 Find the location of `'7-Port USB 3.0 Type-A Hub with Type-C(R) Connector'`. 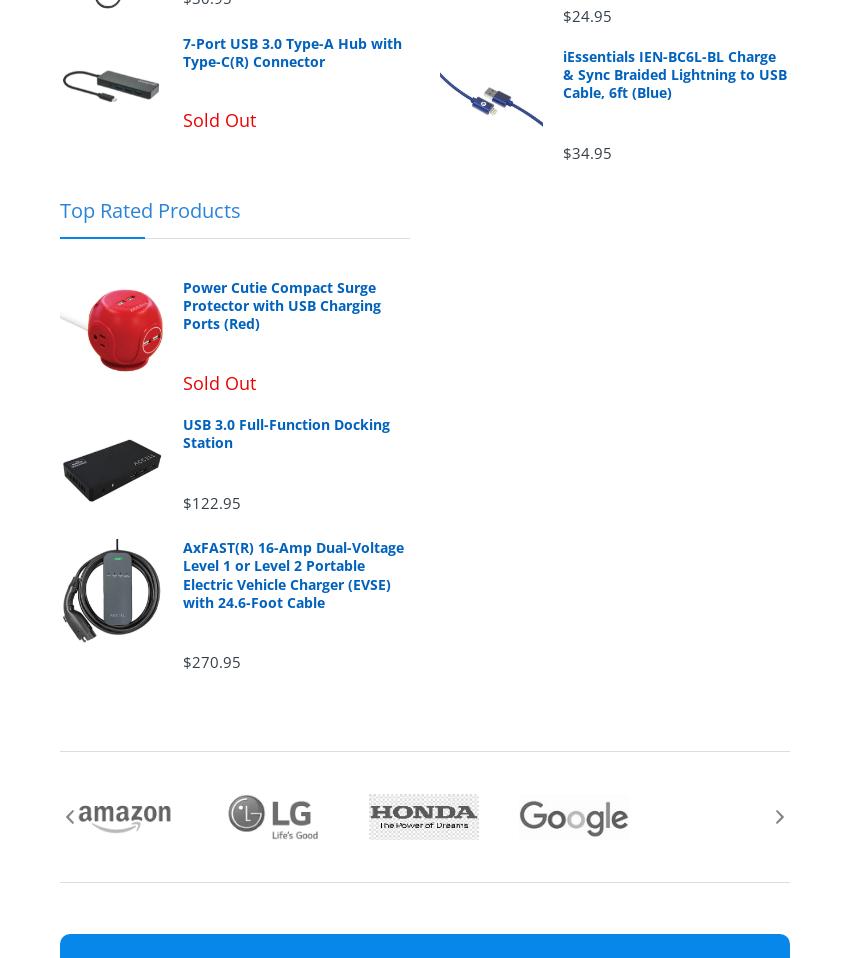

'7-Port USB 3.0 Type-A Hub with Type-C(R) Connector' is located at coordinates (291, 50).